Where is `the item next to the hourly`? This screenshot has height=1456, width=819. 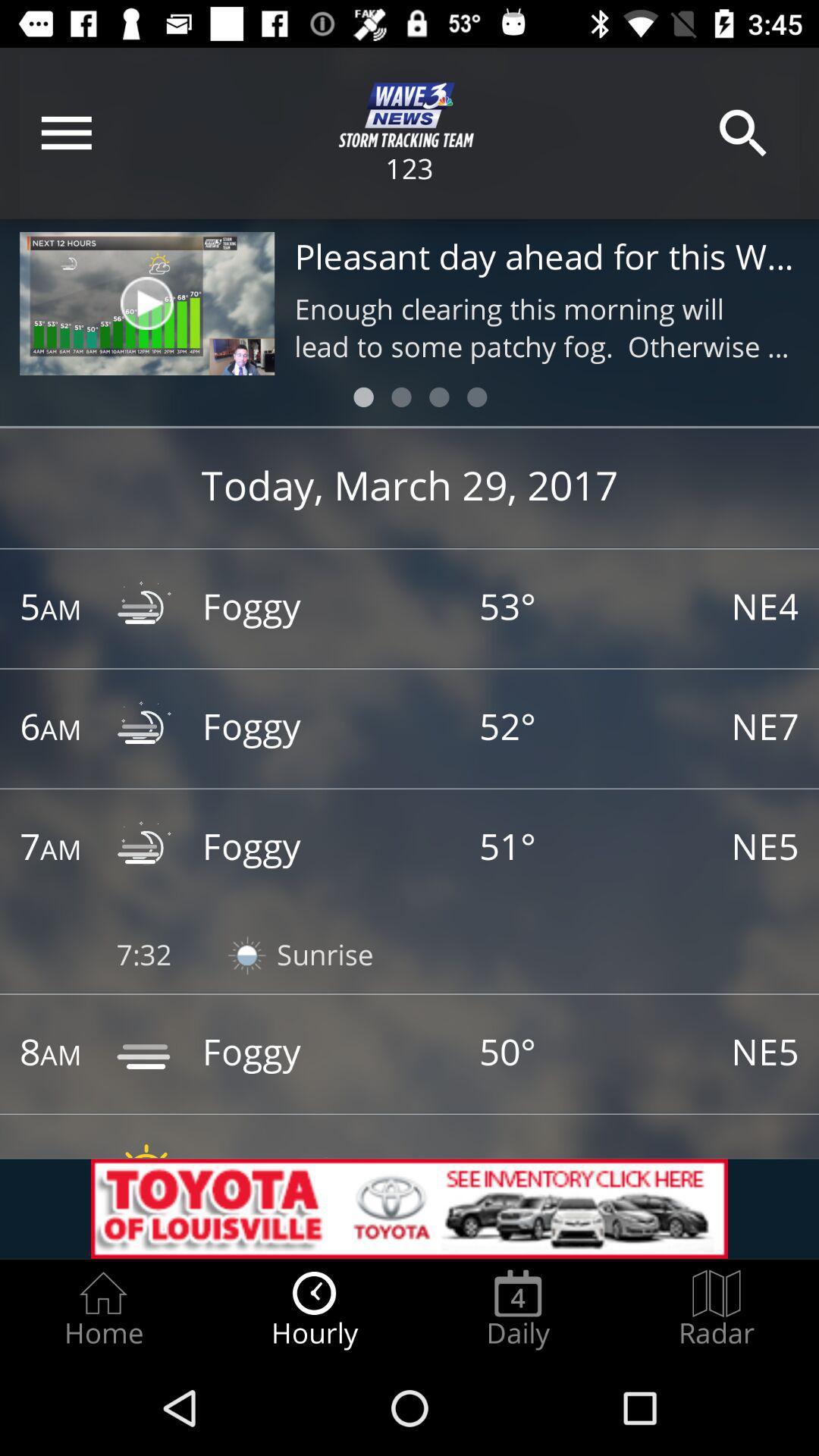
the item next to the hourly is located at coordinates (102, 1309).